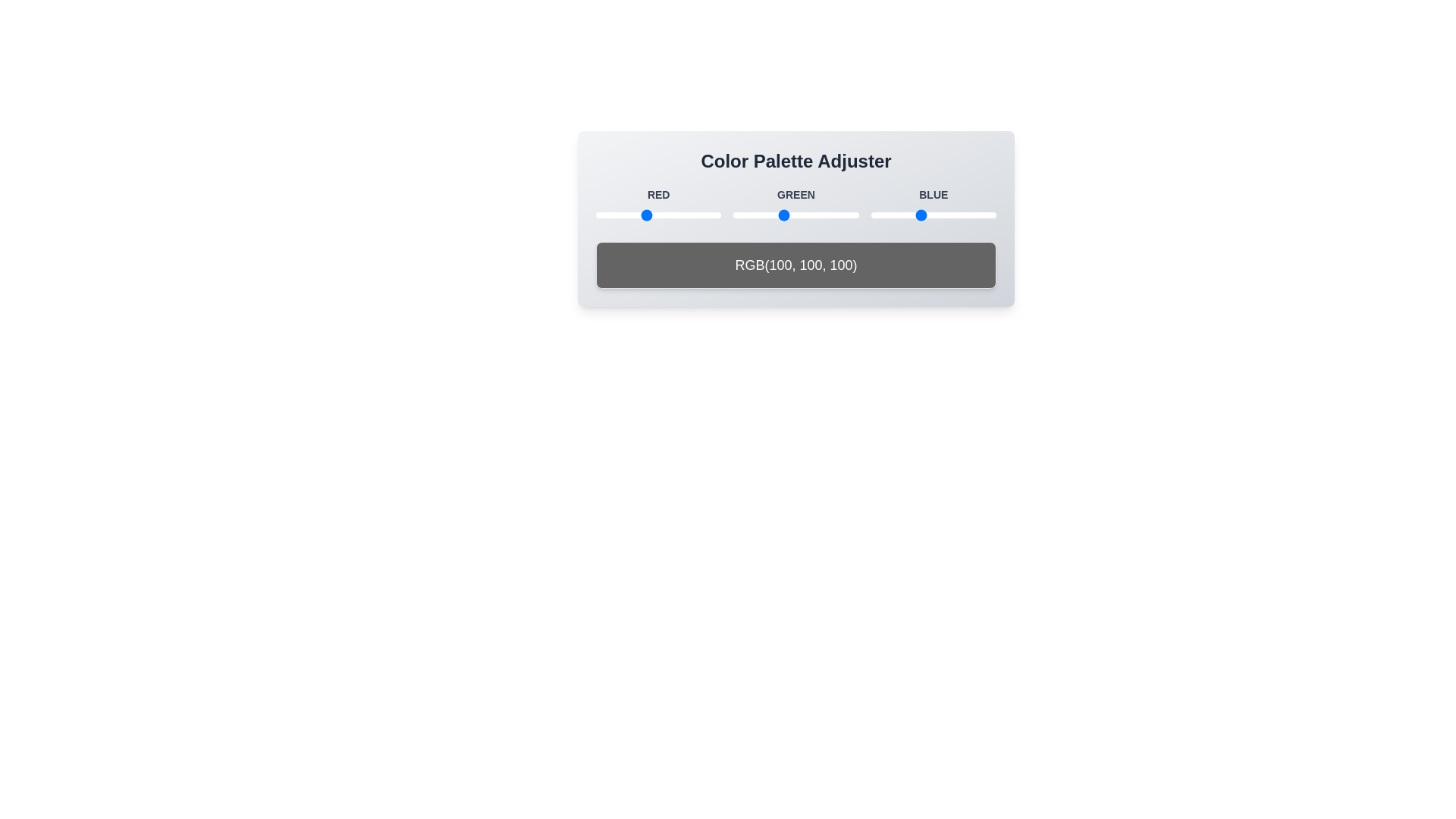  What do you see at coordinates (615, 215) in the screenshot?
I see `the red color slider to 40` at bounding box center [615, 215].